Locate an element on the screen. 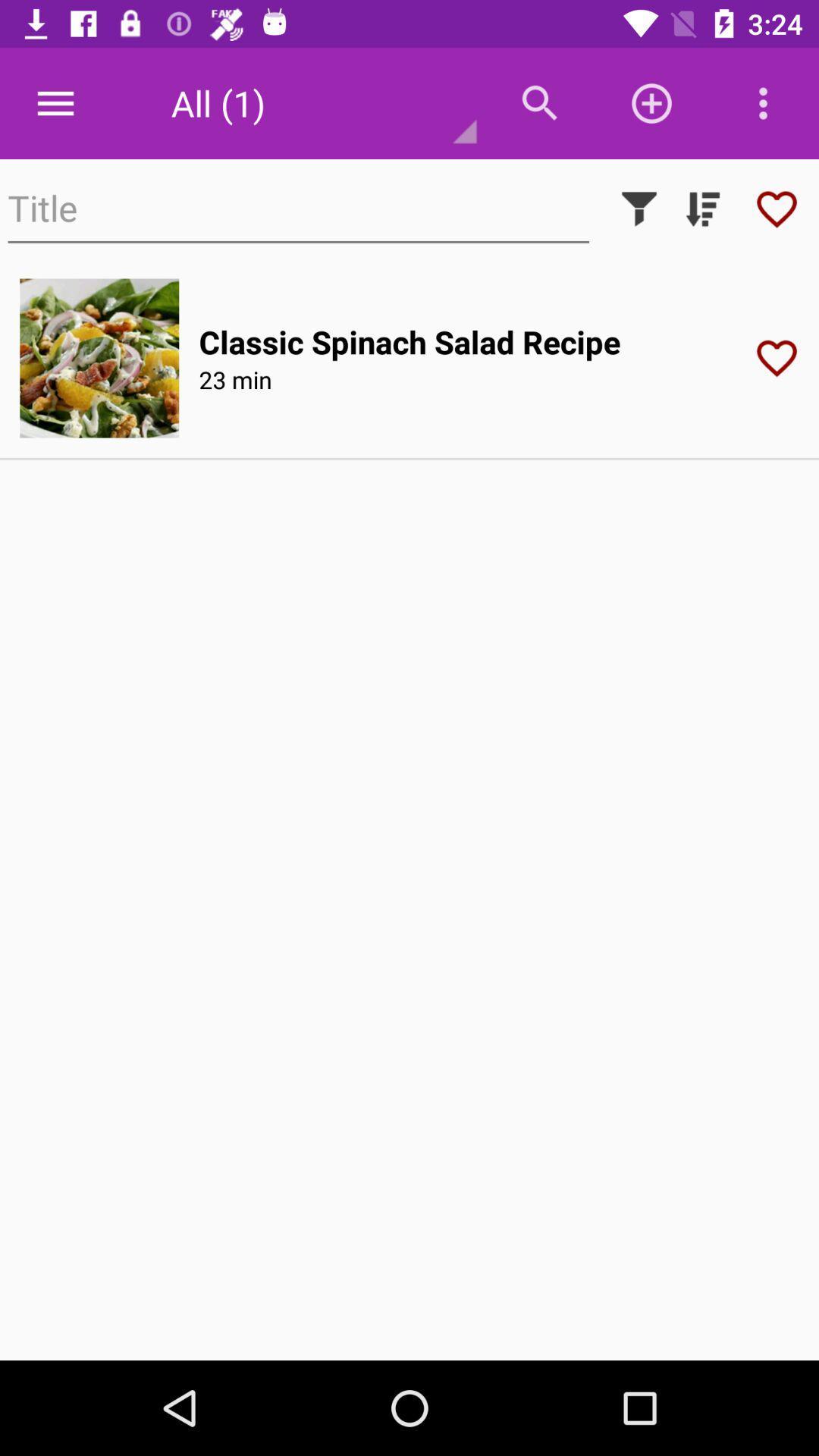  selection filter is located at coordinates (639, 208).